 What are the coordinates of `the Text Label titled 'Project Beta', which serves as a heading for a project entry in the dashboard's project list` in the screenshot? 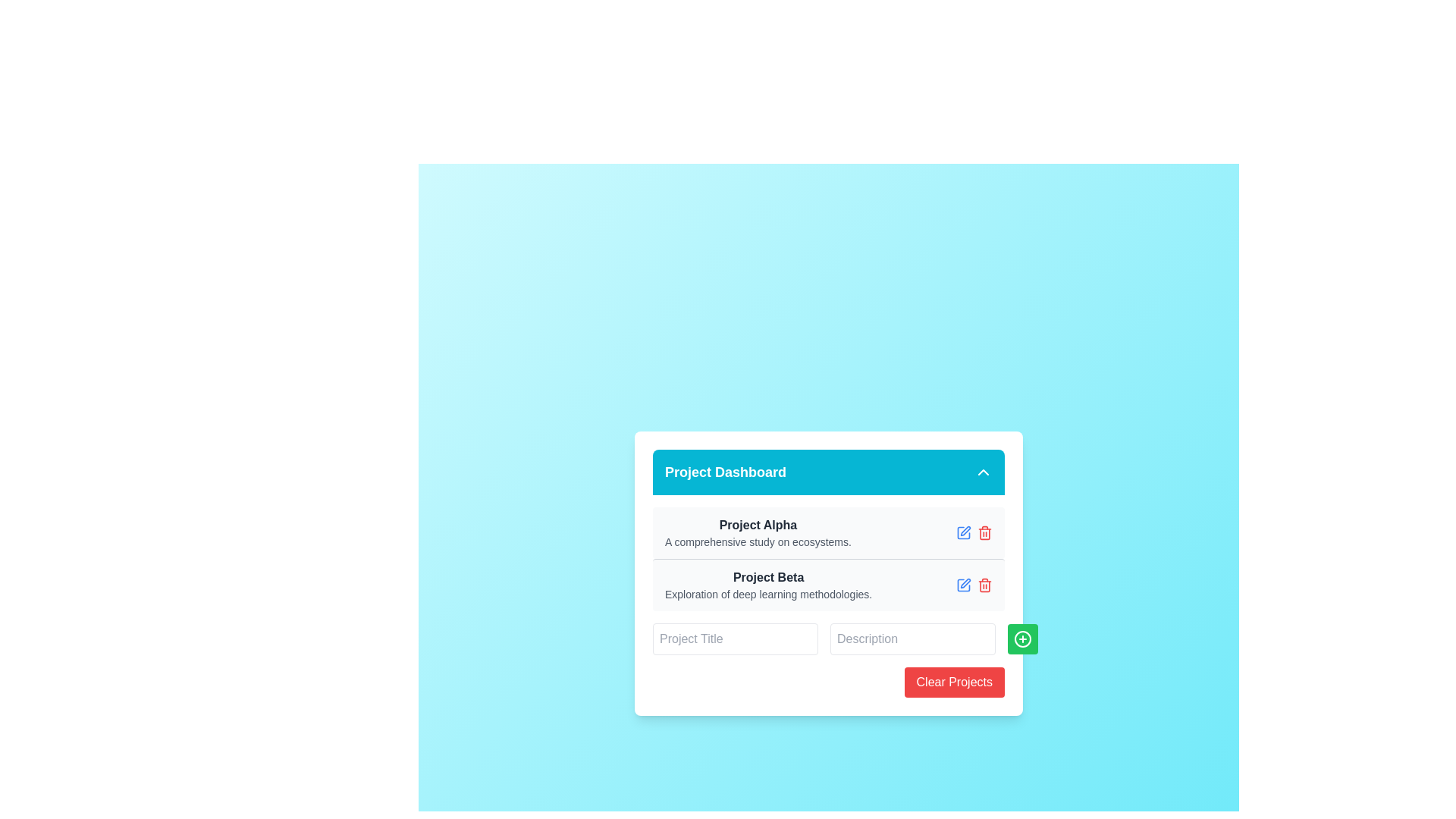 It's located at (768, 577).